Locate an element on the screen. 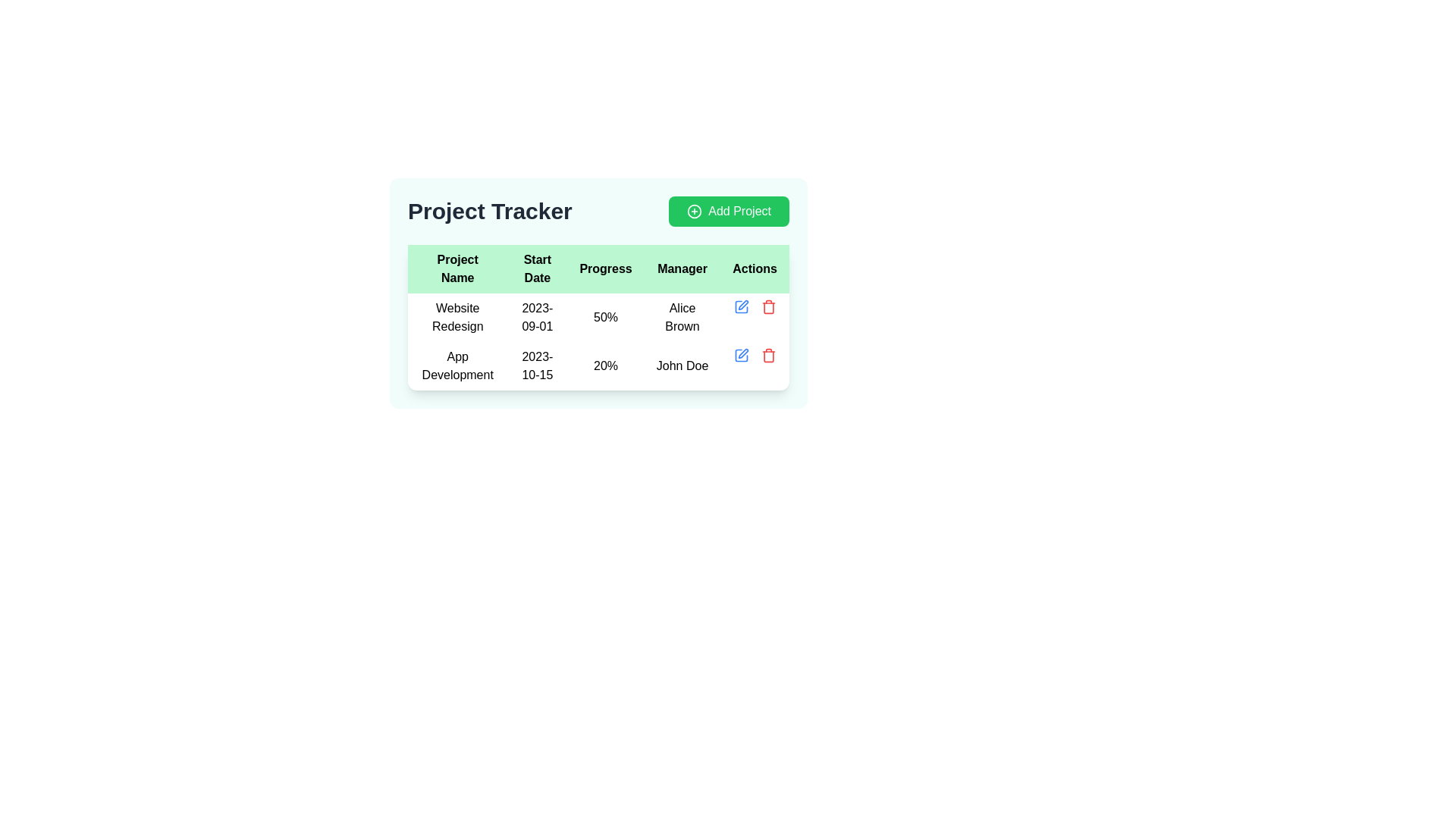  the text display element that identifies the manager assigned to a specific project in the project tracker interface, located in the fourth column of the first row, under the 'Manager' header, adjacent to the '50%' cell is located at coordinates (682, 317).